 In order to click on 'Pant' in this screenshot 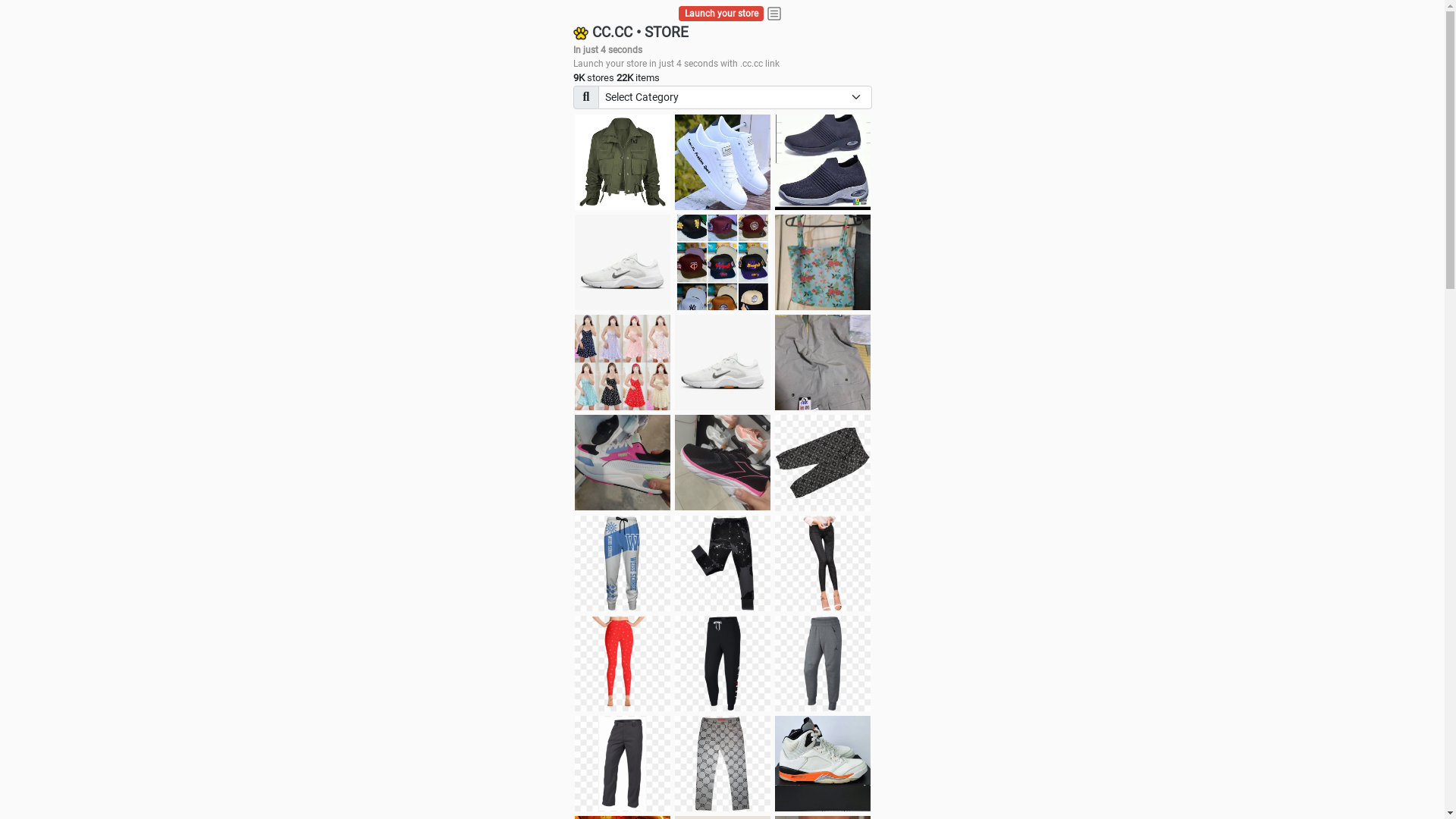, I will do `click(775, 563)`.